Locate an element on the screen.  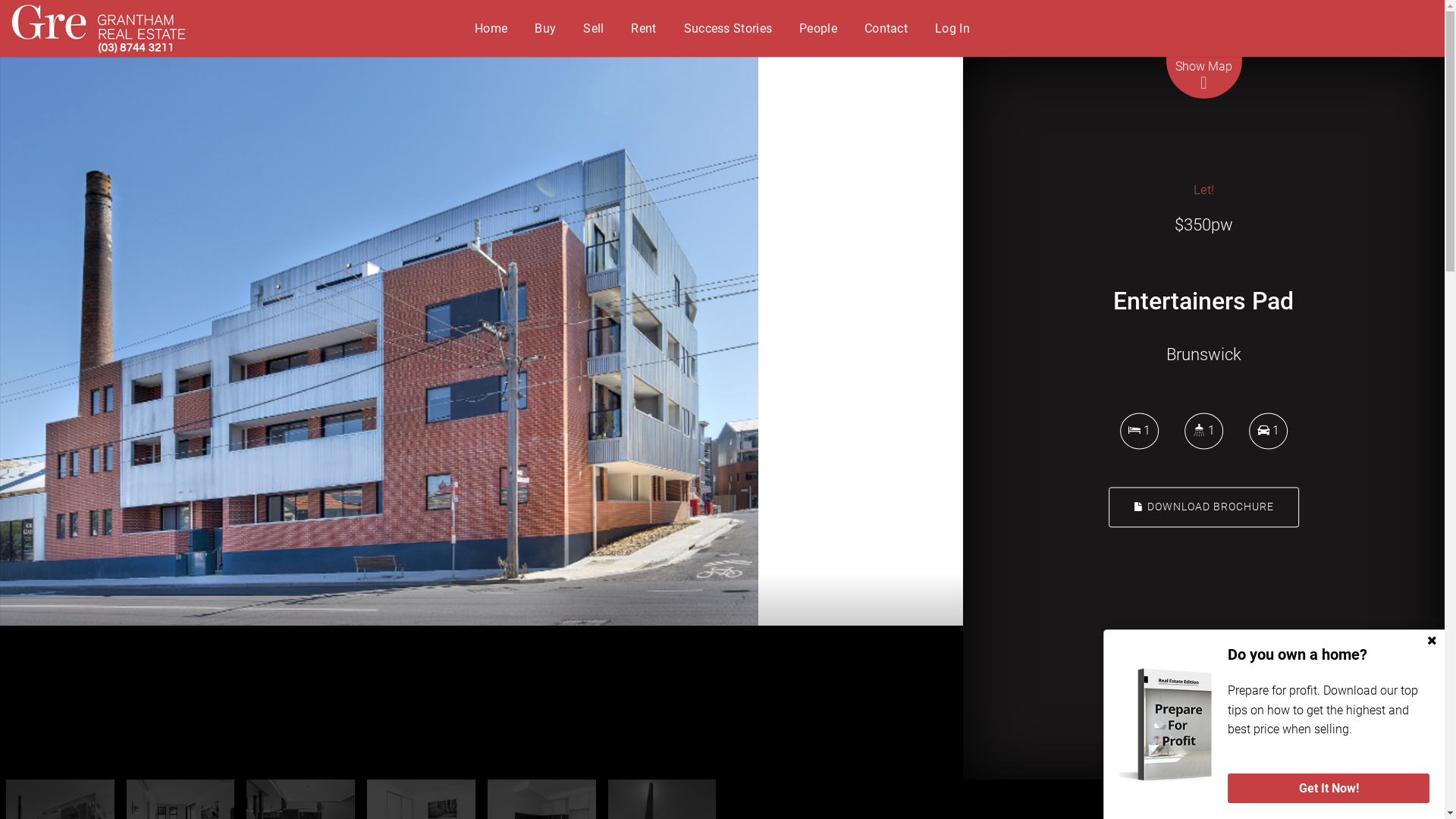
'Contact' is located at coordinates (864, 28).